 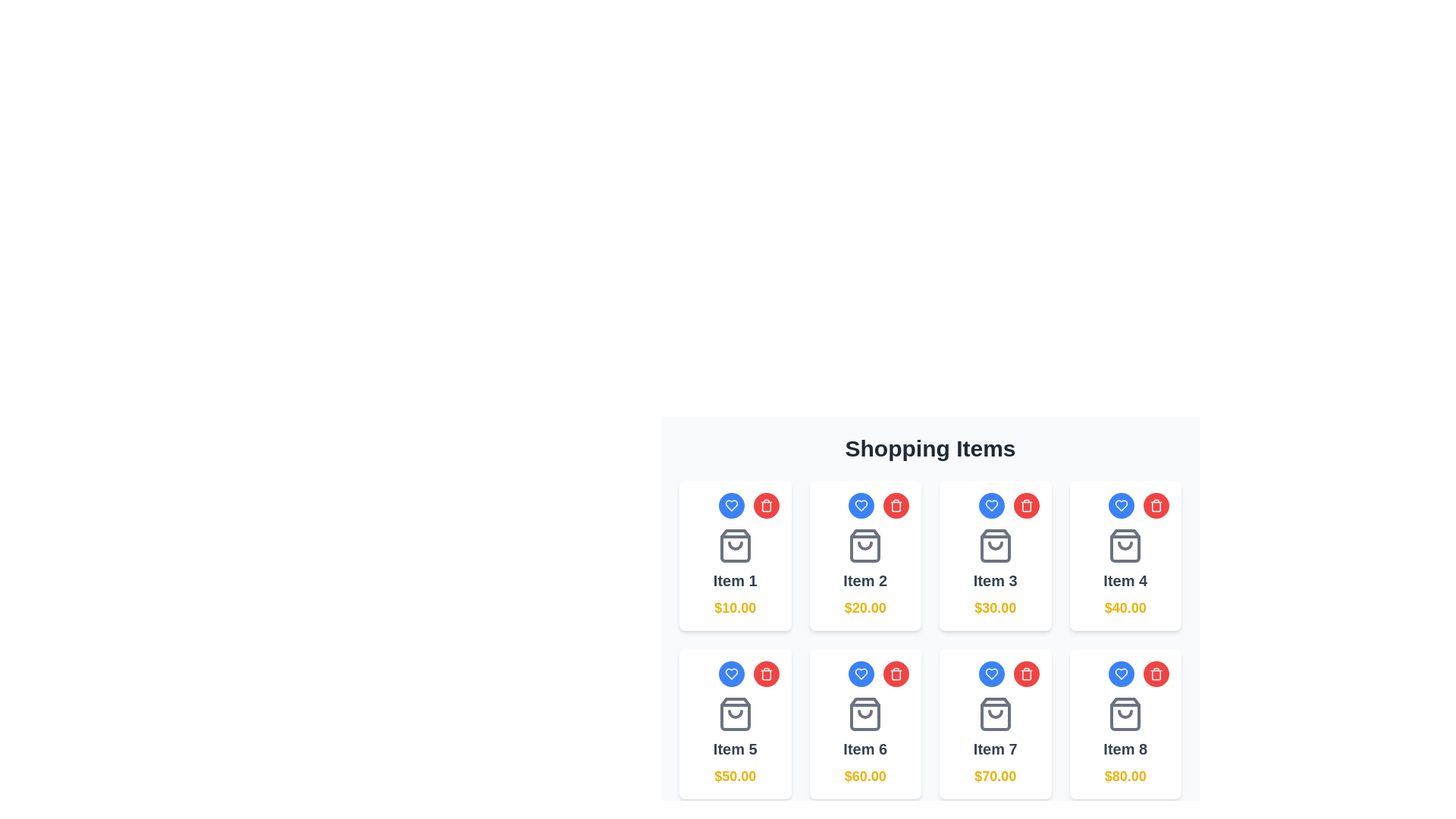 I want to click on the shopping bag icon above 'Item 5' with price '$50.00', outlined in gray and featuring a smile-like line inside, so click(x=735, y=714).